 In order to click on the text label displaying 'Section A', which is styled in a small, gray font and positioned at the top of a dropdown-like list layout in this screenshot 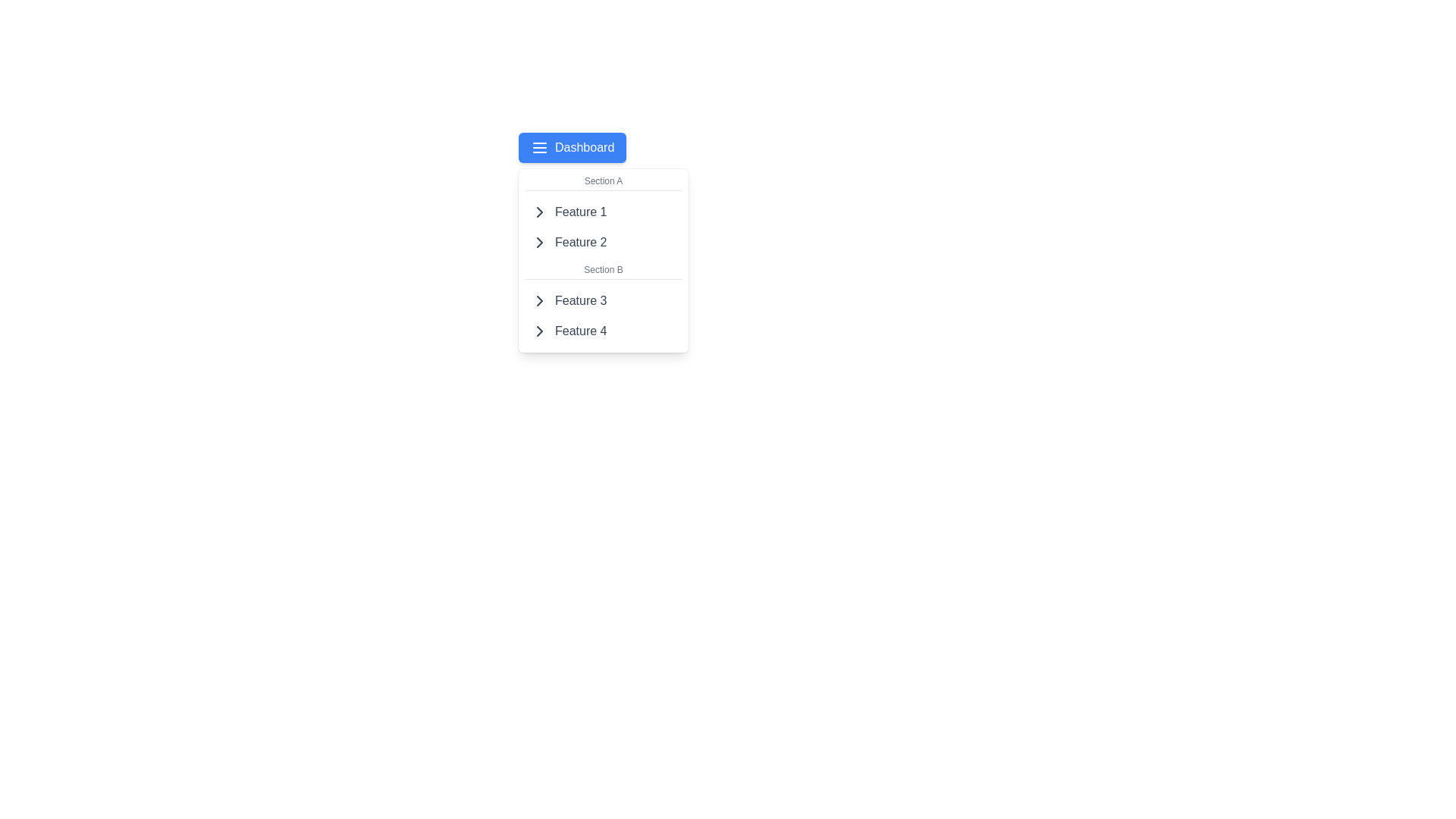, I will do `click(603, 180)`.